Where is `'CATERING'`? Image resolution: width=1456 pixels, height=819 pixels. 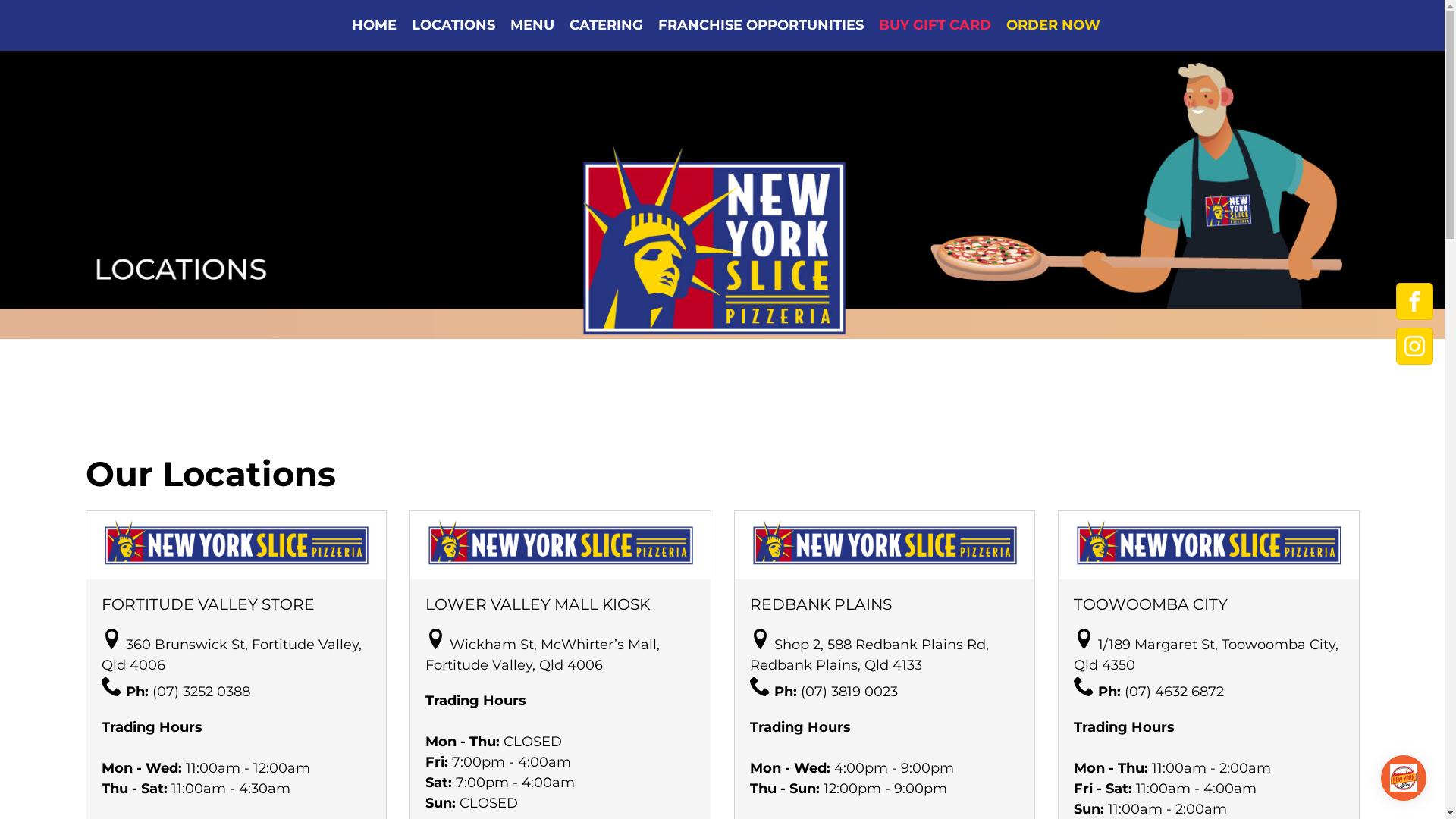 'CATERING' is located at coordinates (605, 25).